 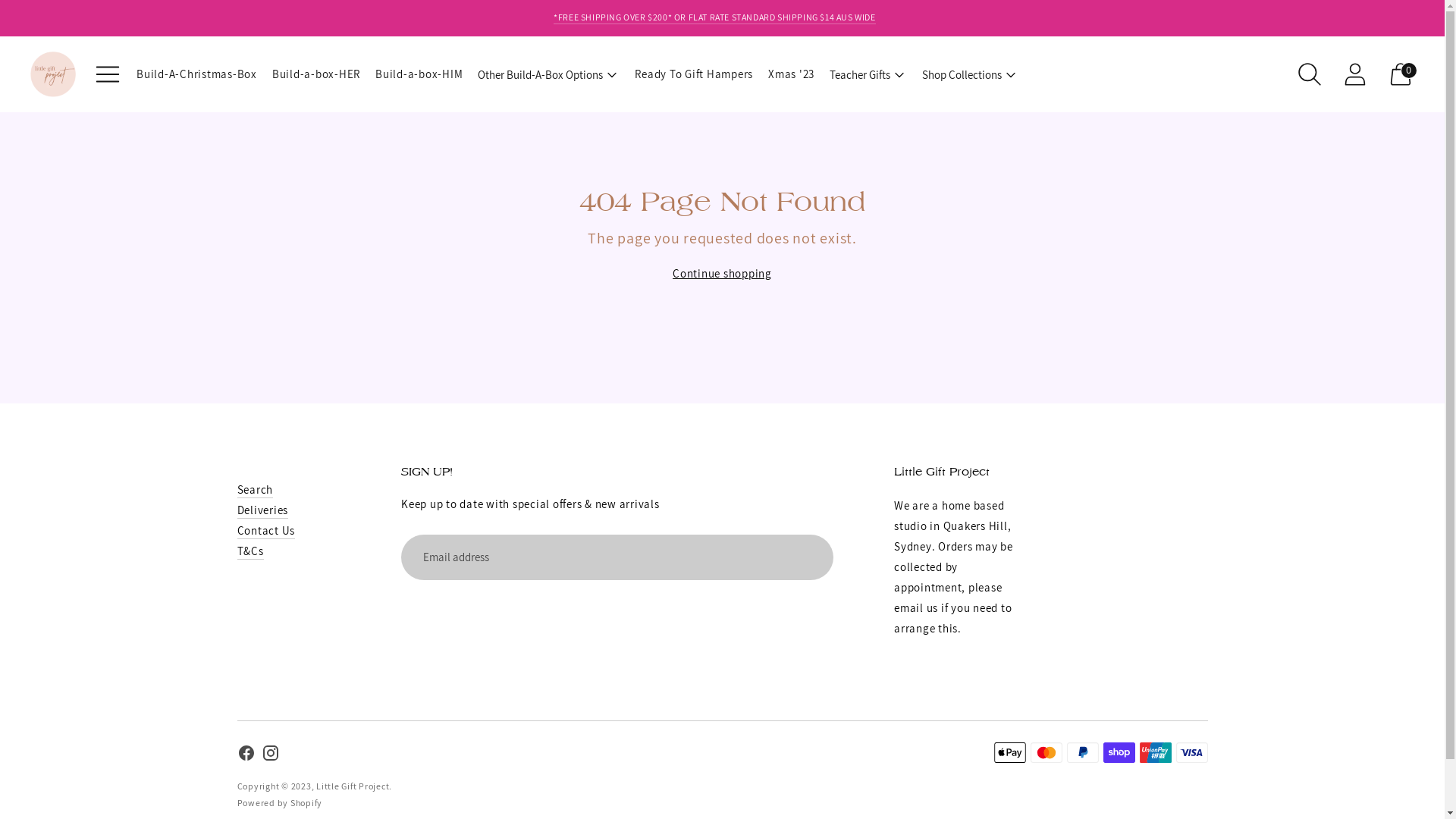 I want to click on 'Xmas '23', so click(x=790, y=74).